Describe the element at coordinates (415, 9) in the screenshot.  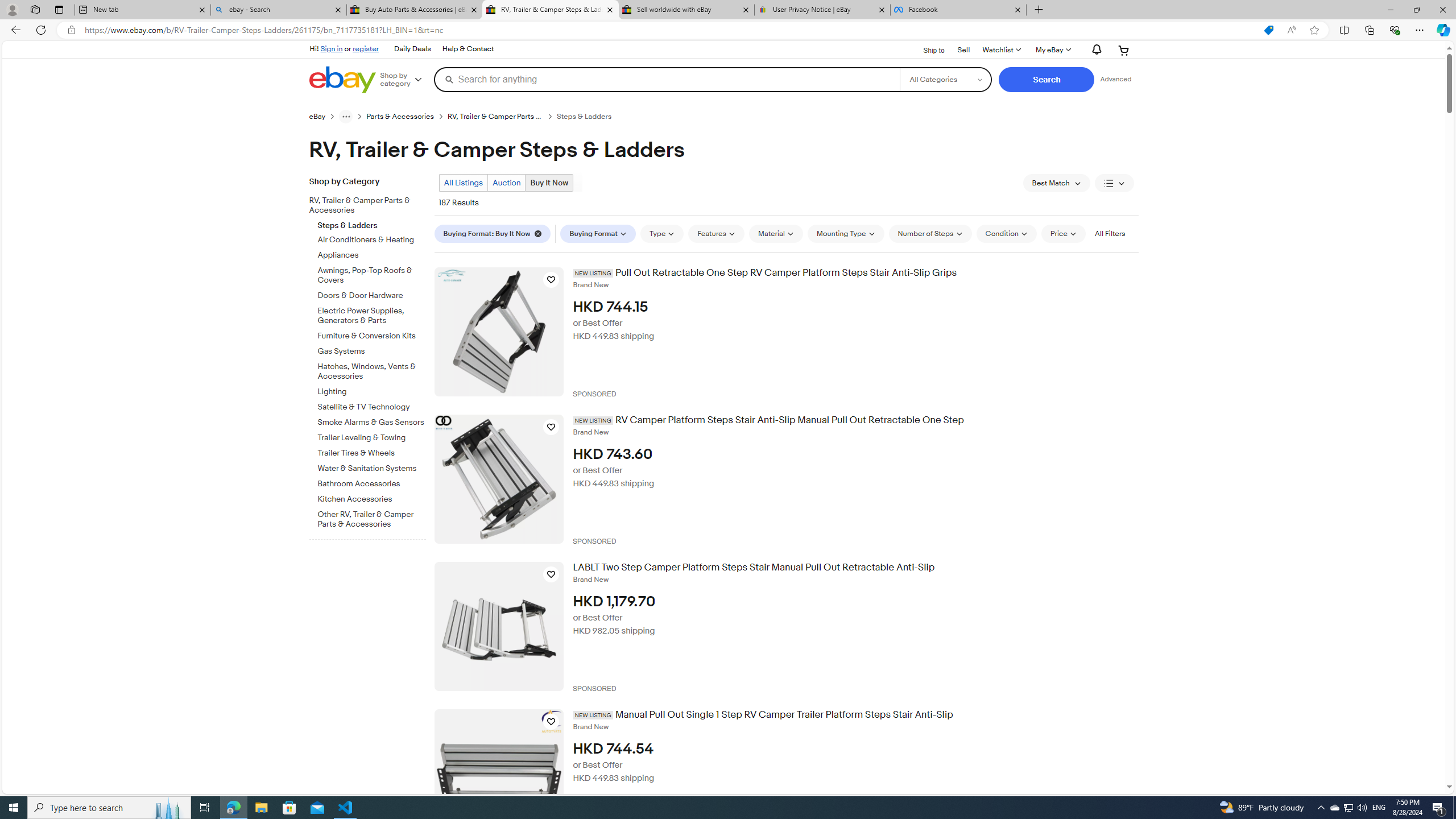
I see `'Buy Auto Parts & Accessories | eBay'` at that location.